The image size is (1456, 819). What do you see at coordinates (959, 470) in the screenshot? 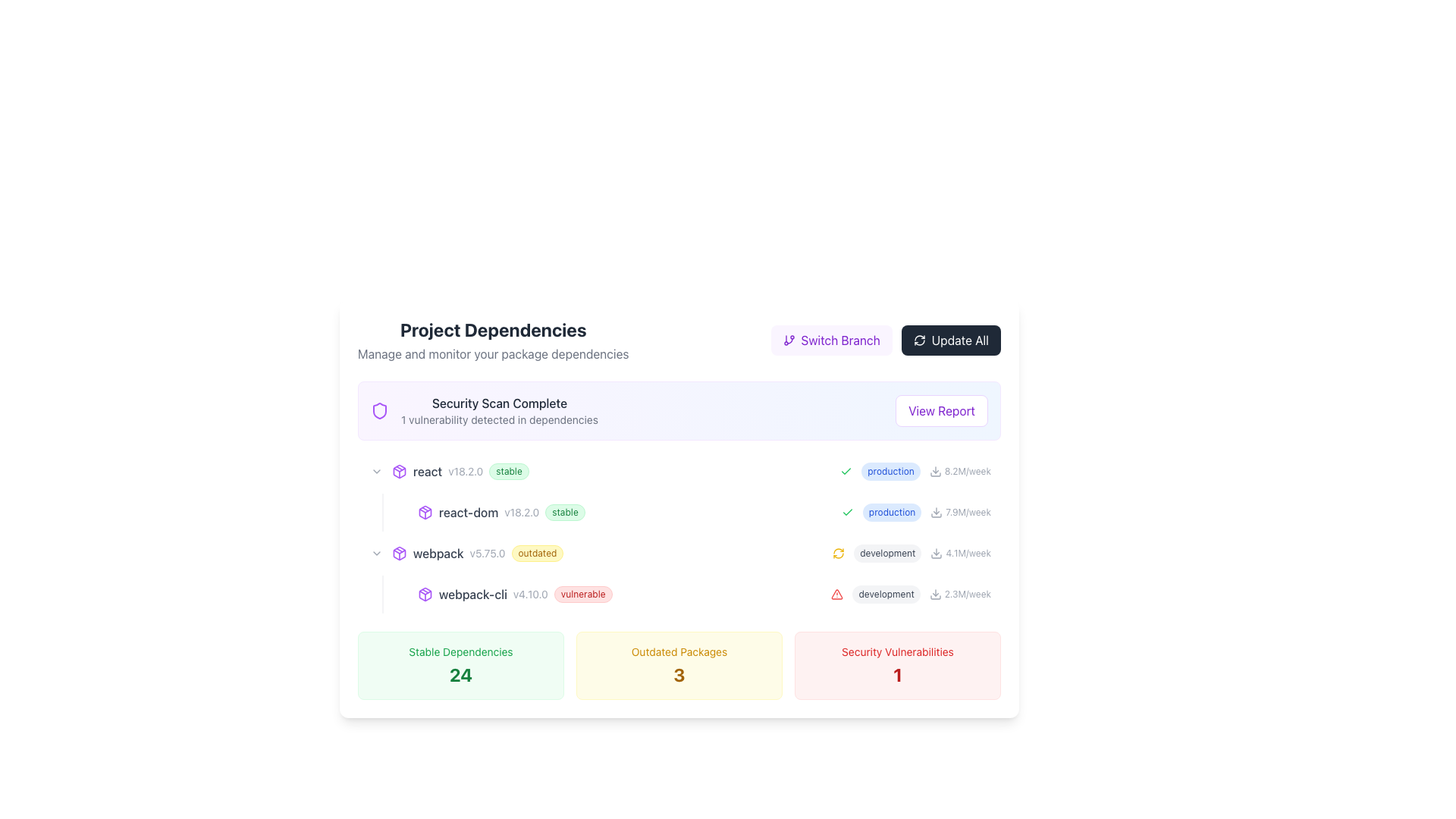
I see `the data display element showing '8.2M/week' with a downward-facing arrow icon, located` at bounding box center [959, 470].